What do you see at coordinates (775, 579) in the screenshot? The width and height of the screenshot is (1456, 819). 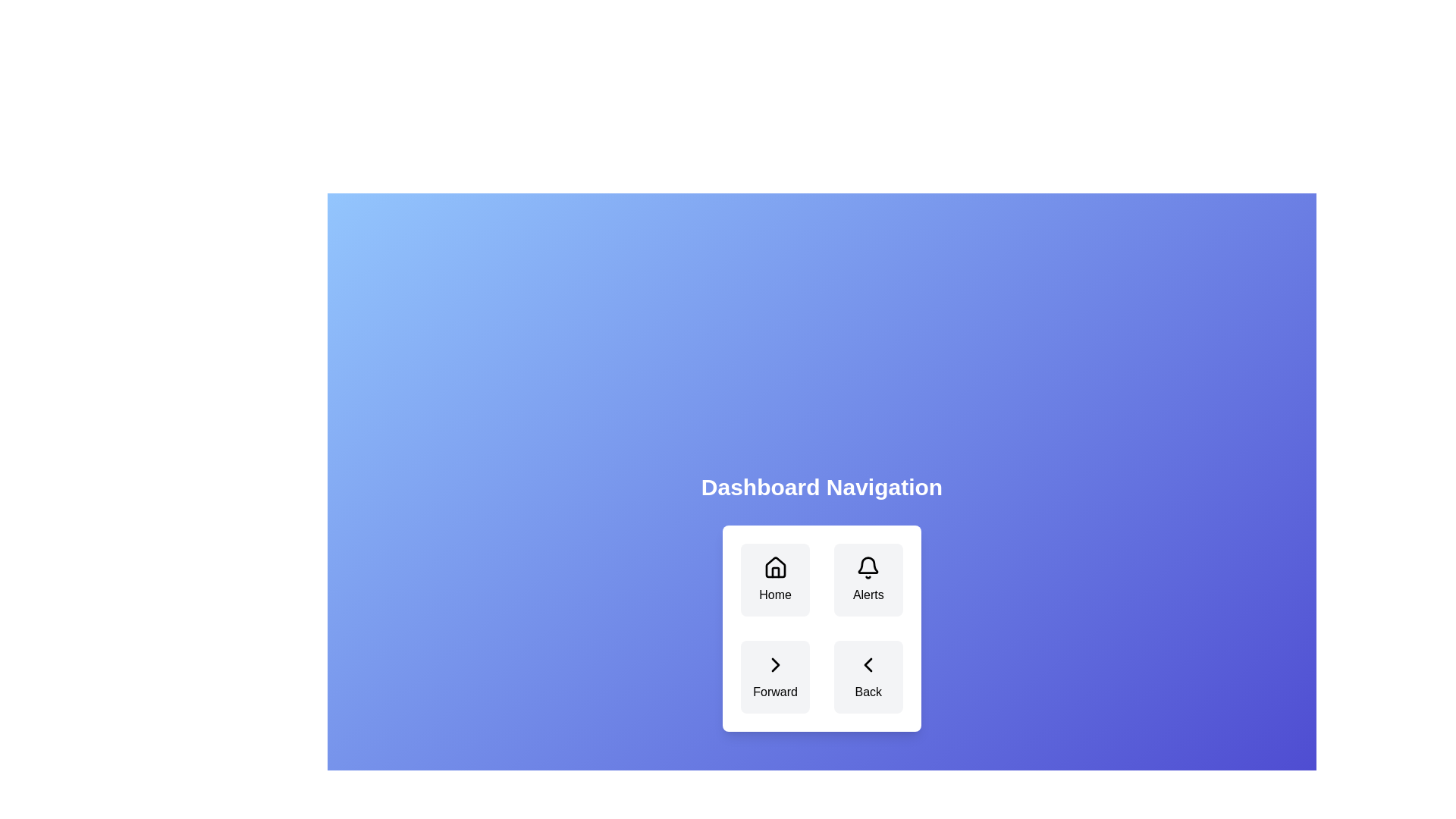 I see `the 'Home' button, which is a rectangular card with a house icon and the text 'Home', located in the top-left of the options grid` at bounding box center [775, 579].